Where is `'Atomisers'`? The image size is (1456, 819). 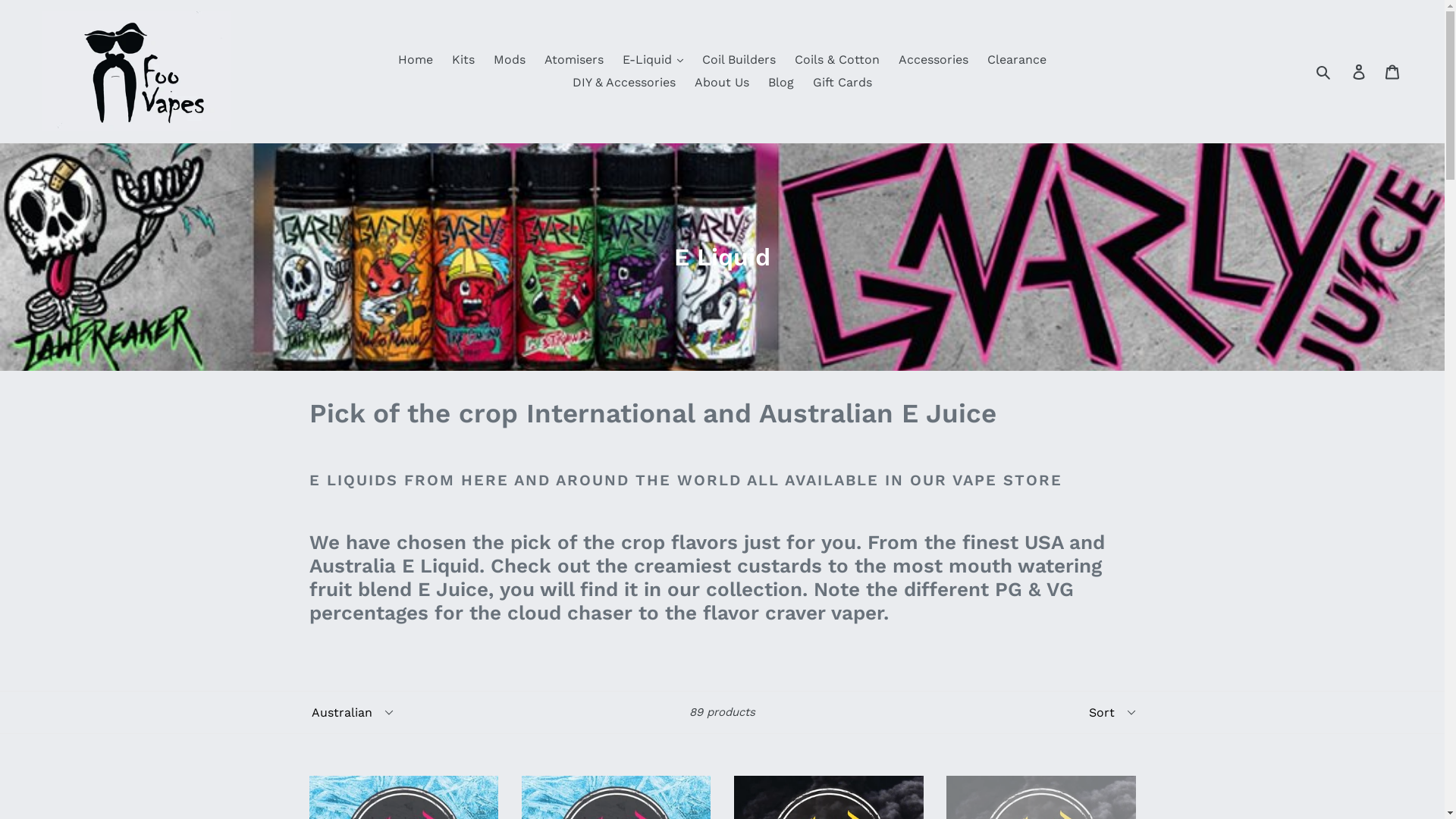 'Atomisers' is located at coordinates (573, 58).